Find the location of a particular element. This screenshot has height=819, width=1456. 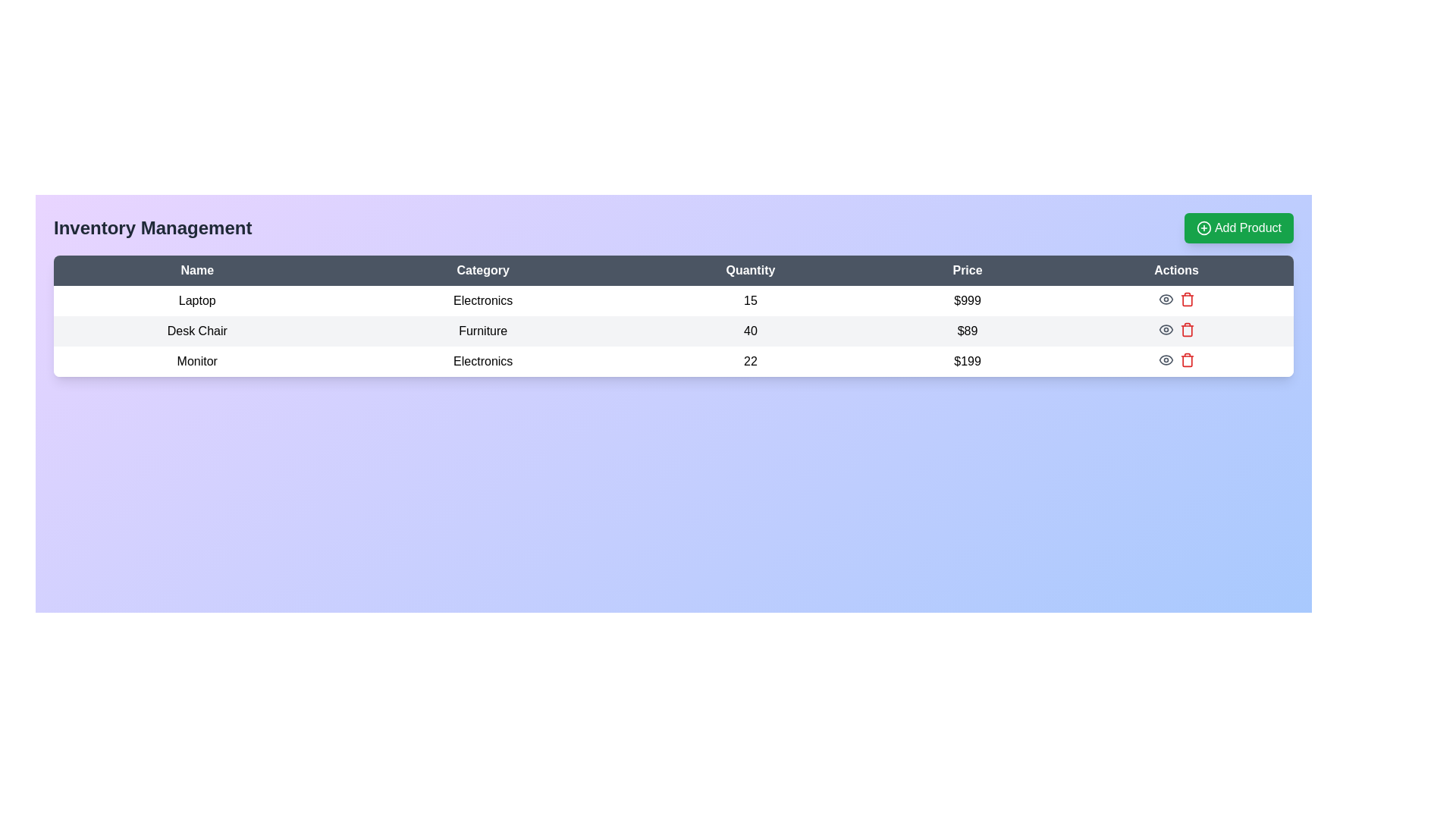

the eye icon in the Actions column of the inventory management table is located at coordinates (1175, 299).